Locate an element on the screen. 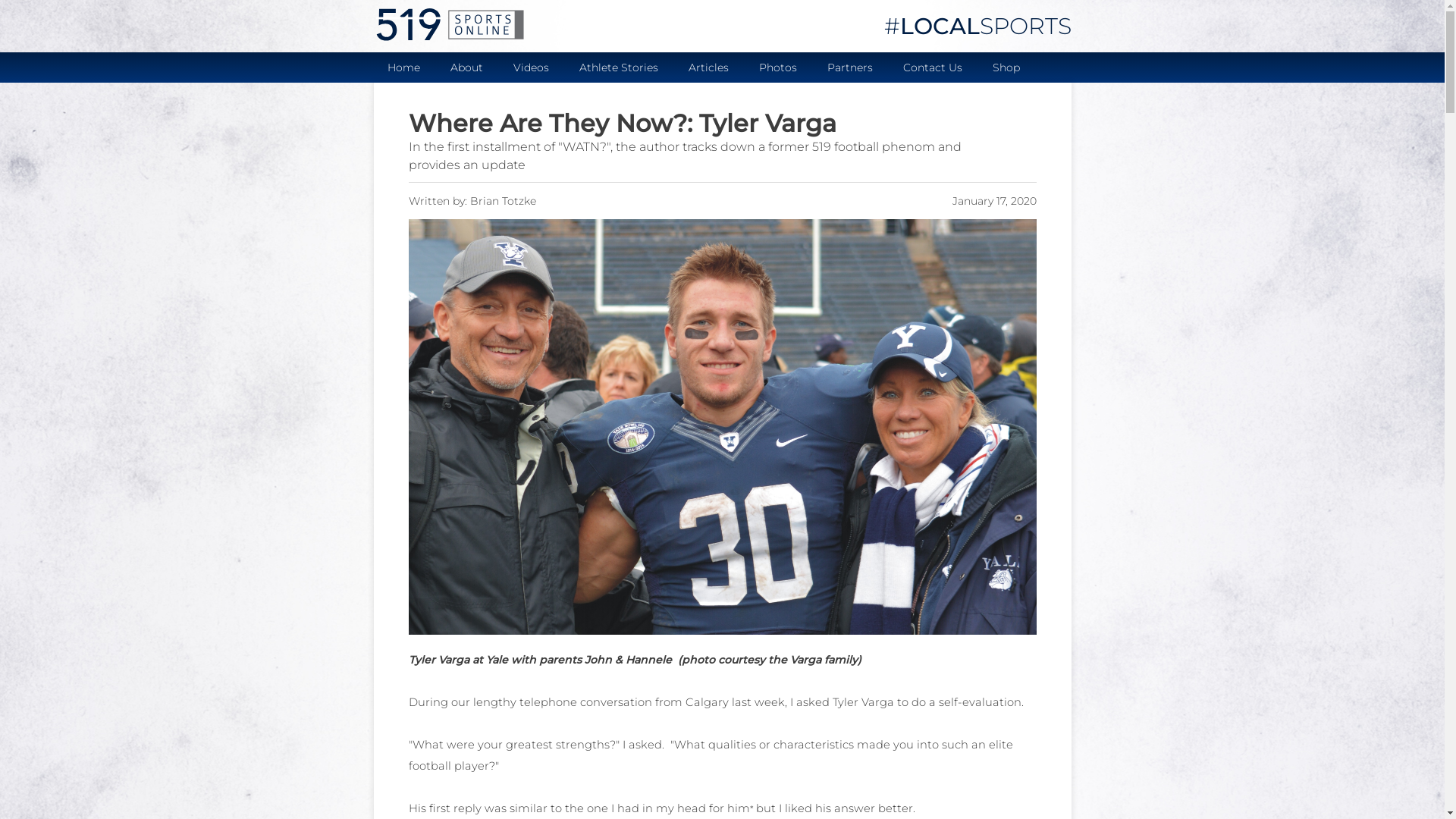 The height and width of the screenshot is (819, 1456). 'Contact Us' is located at coordinates (930, 65).